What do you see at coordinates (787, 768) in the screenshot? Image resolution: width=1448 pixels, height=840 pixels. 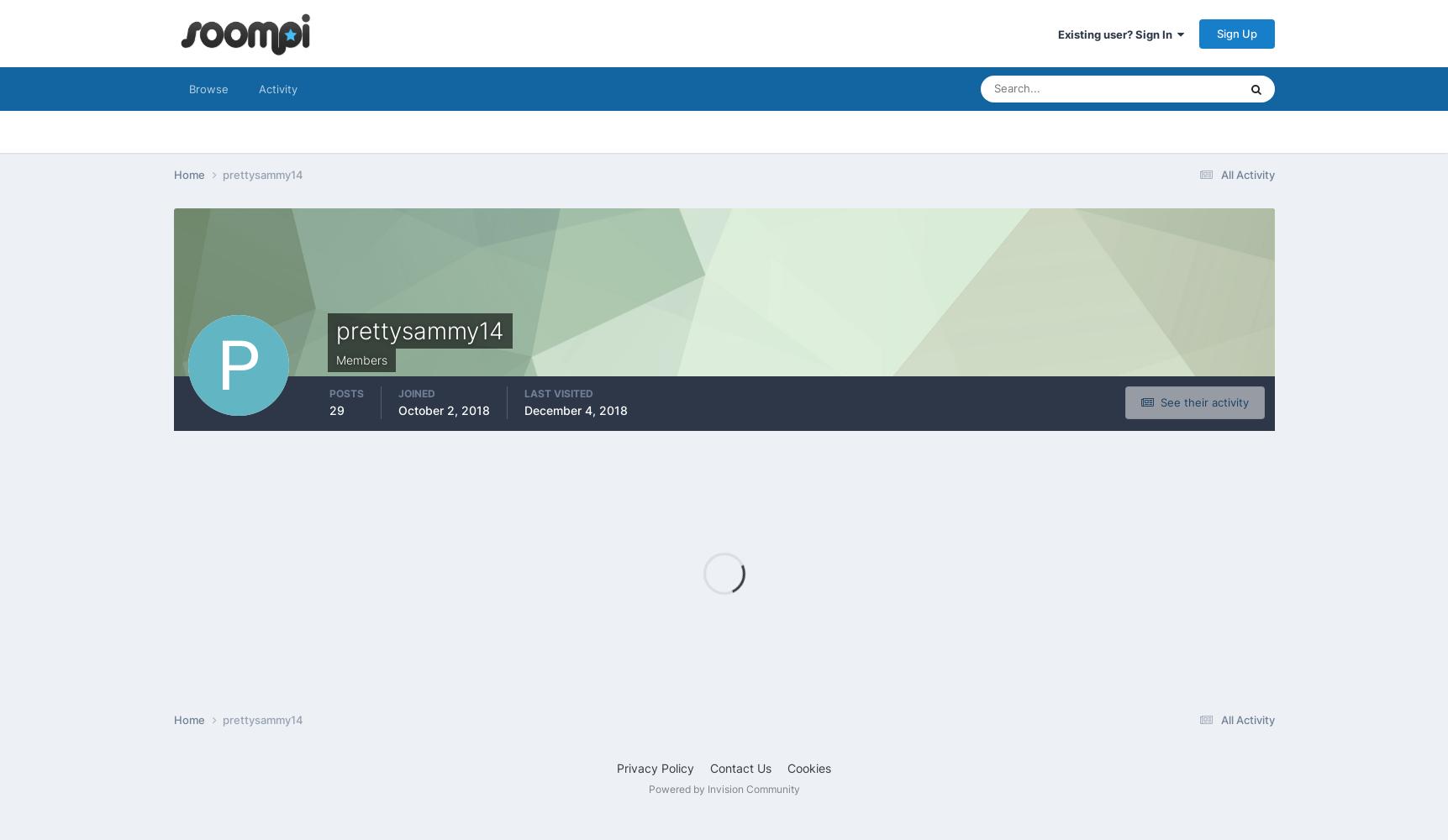 I see `'Cookies'` at bounding box center [787, 768].